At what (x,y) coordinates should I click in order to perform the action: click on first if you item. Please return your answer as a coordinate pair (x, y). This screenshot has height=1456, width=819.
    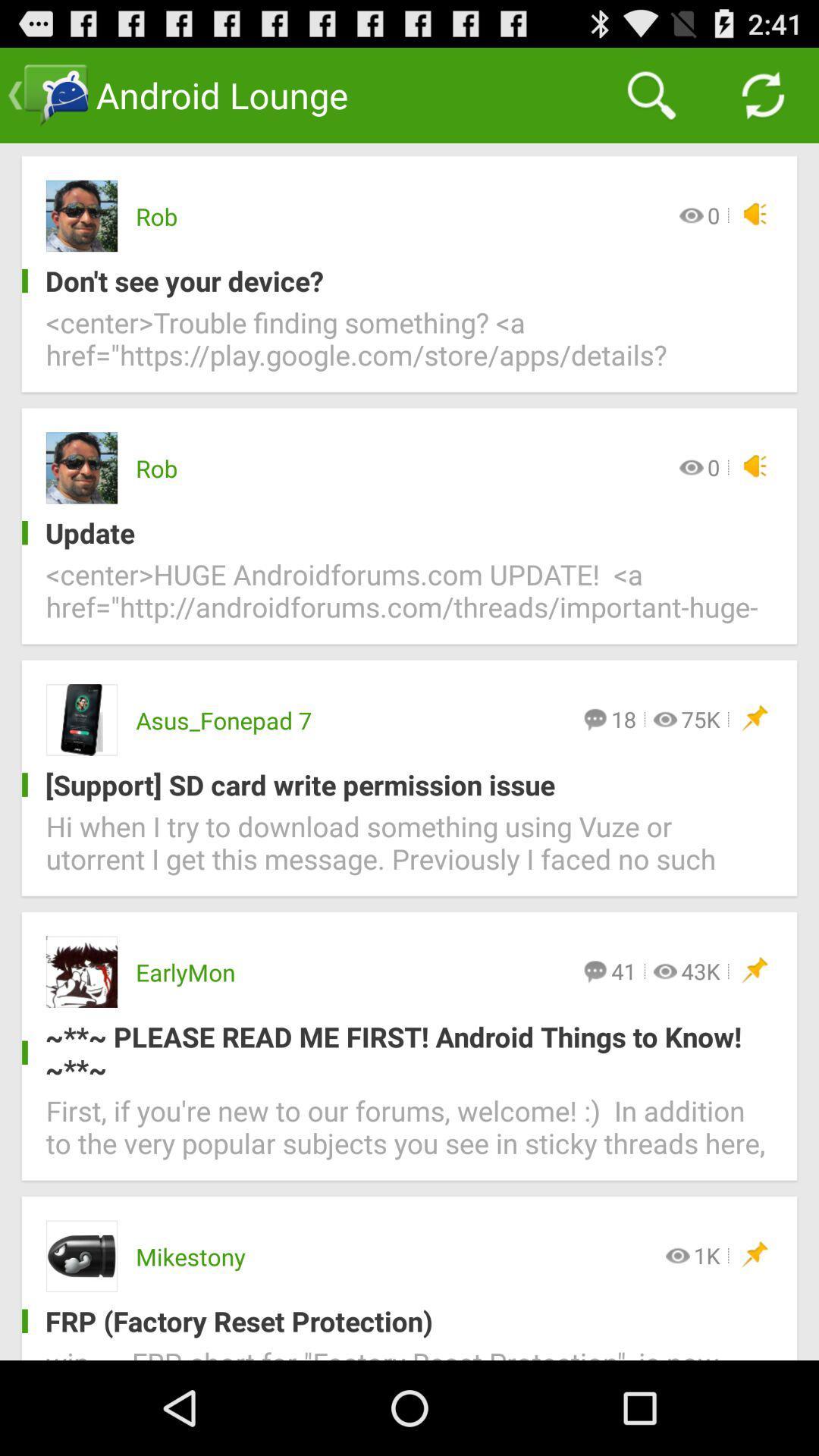
    Looking at the image, I should click on (409, 1136).